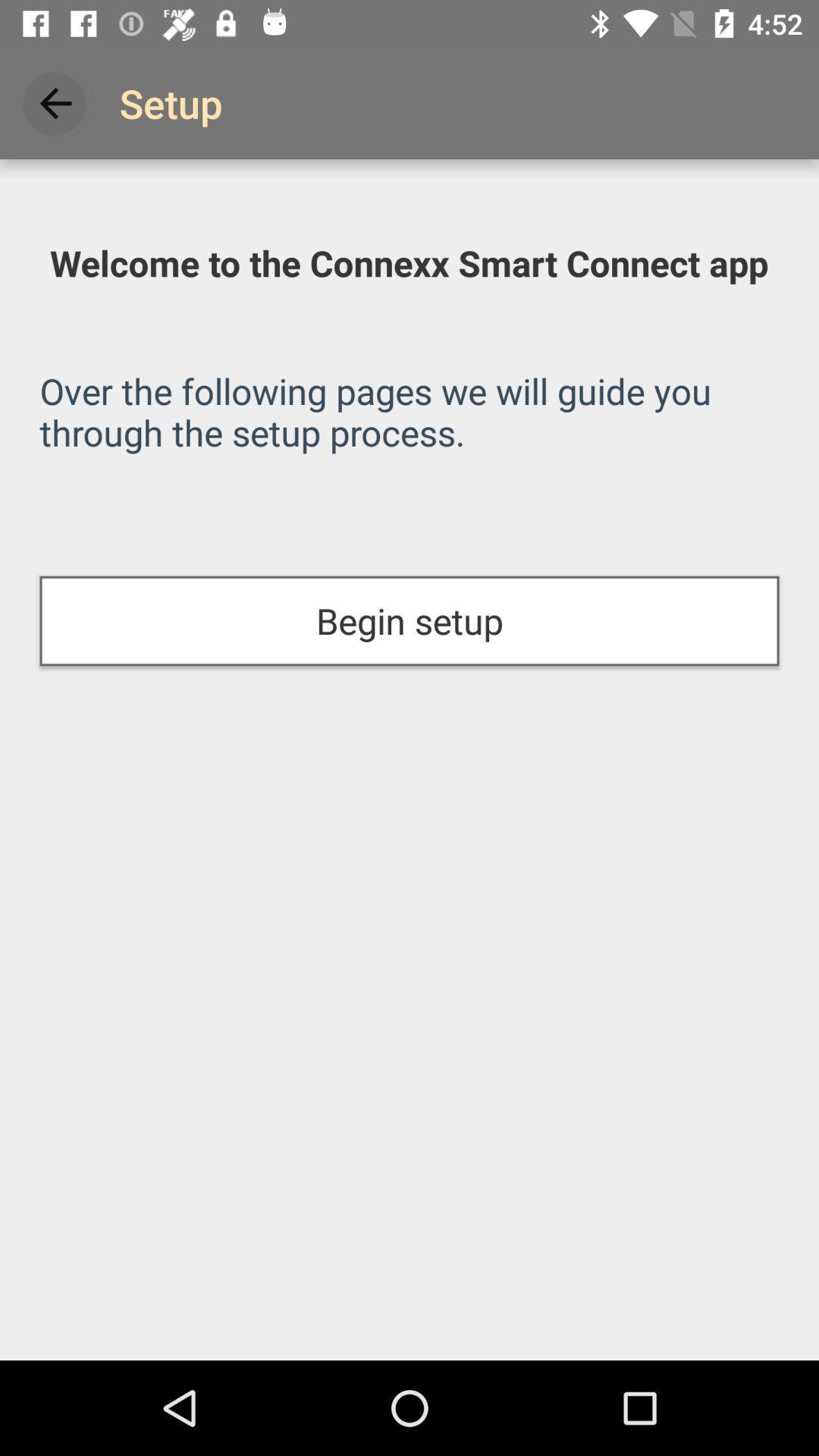 Image resolution: width=819 pixels, height=1456 pixels. Describe the element at coordinates (409, 621) in the screenshot. I see `begin setup icon` at that location.